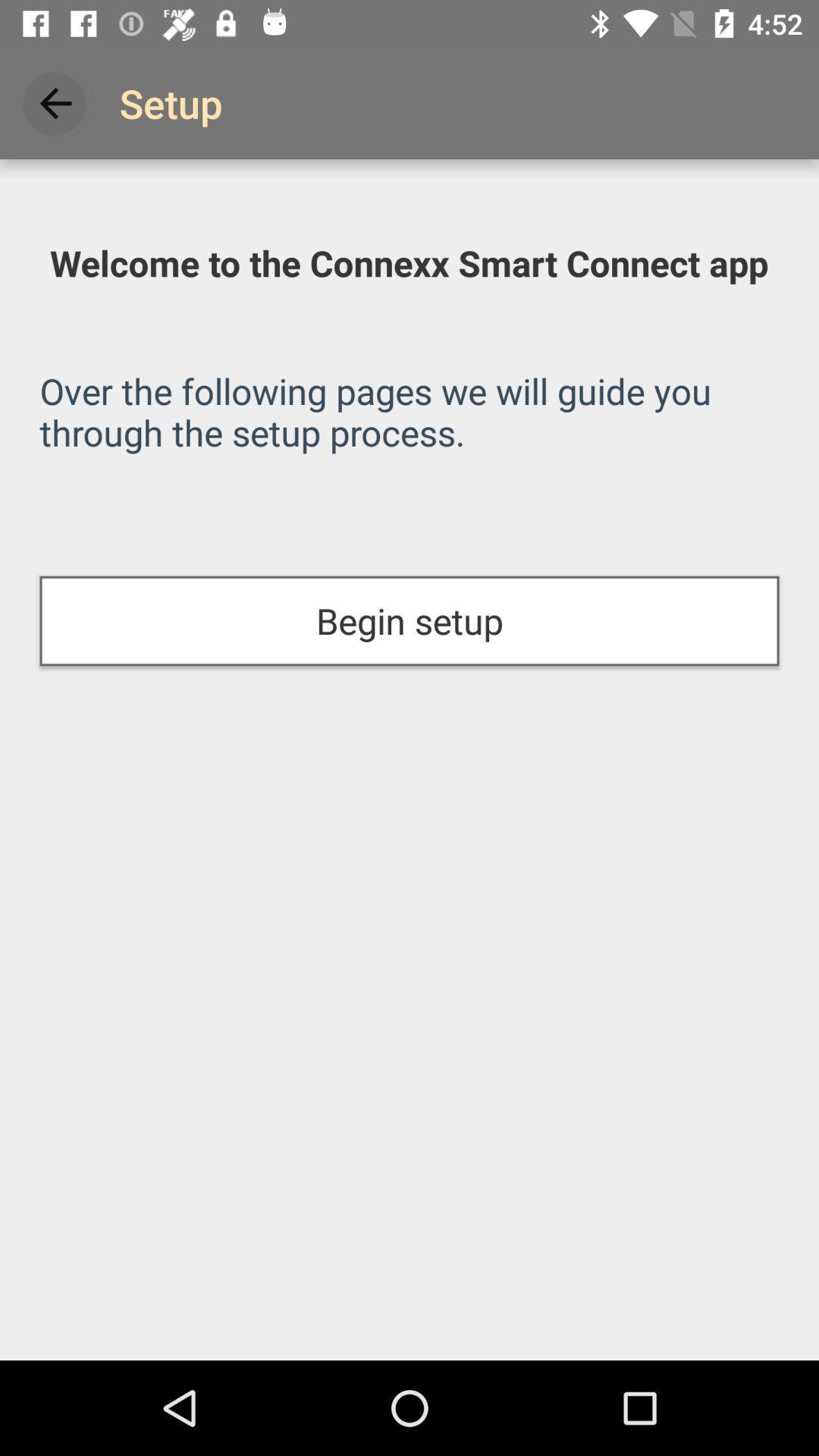 Image resolution: width=819 pixels, height=1456 pixels. Describe the element at coordinates (409, 621) in the screenshot. I see `begin setup icon` at that location.